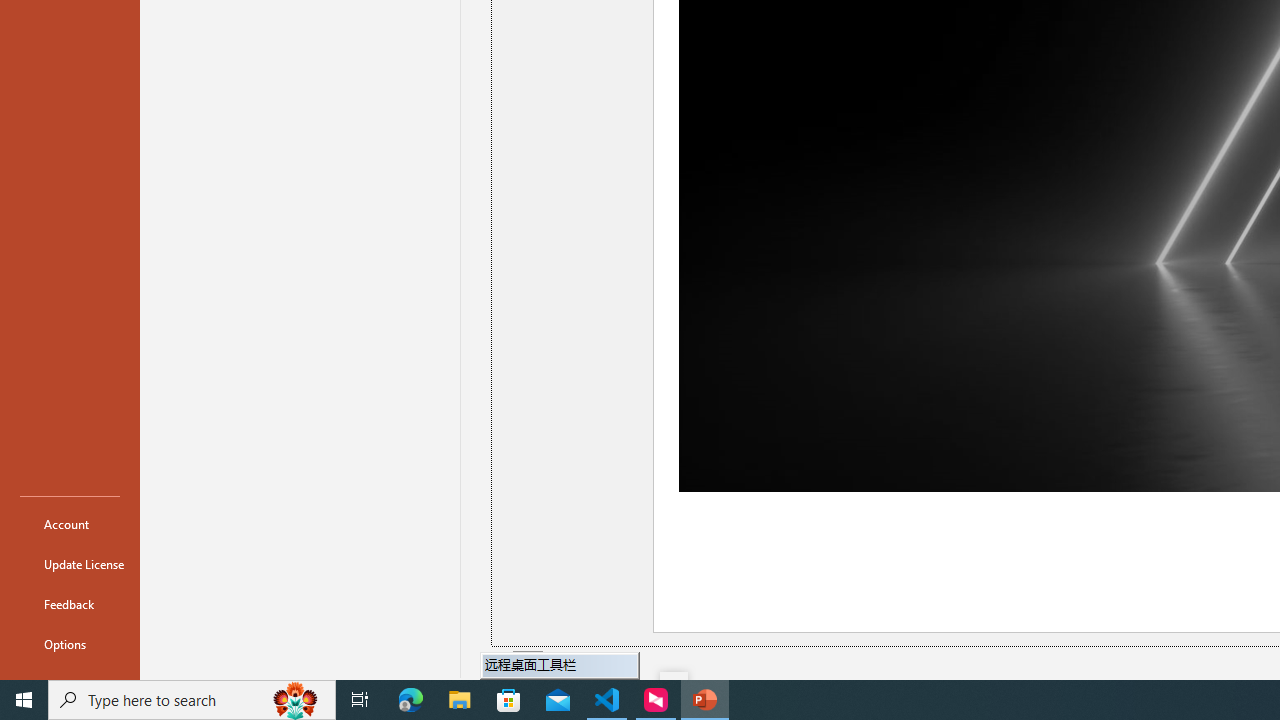  I want to click on 'Options', so click(69, 644).